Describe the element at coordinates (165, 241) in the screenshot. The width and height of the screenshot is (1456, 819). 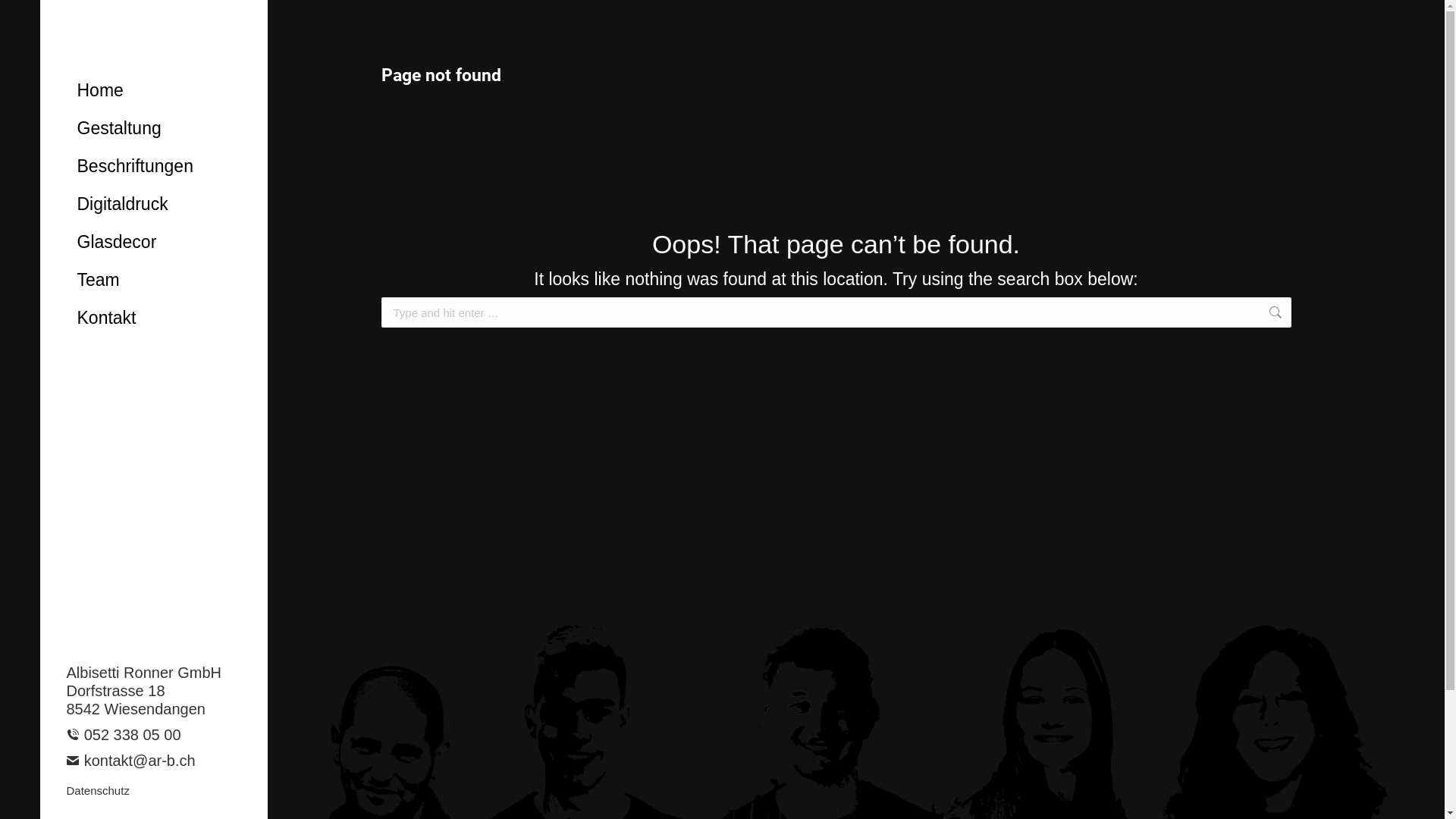
I see `'Glasdecor'` at that location.